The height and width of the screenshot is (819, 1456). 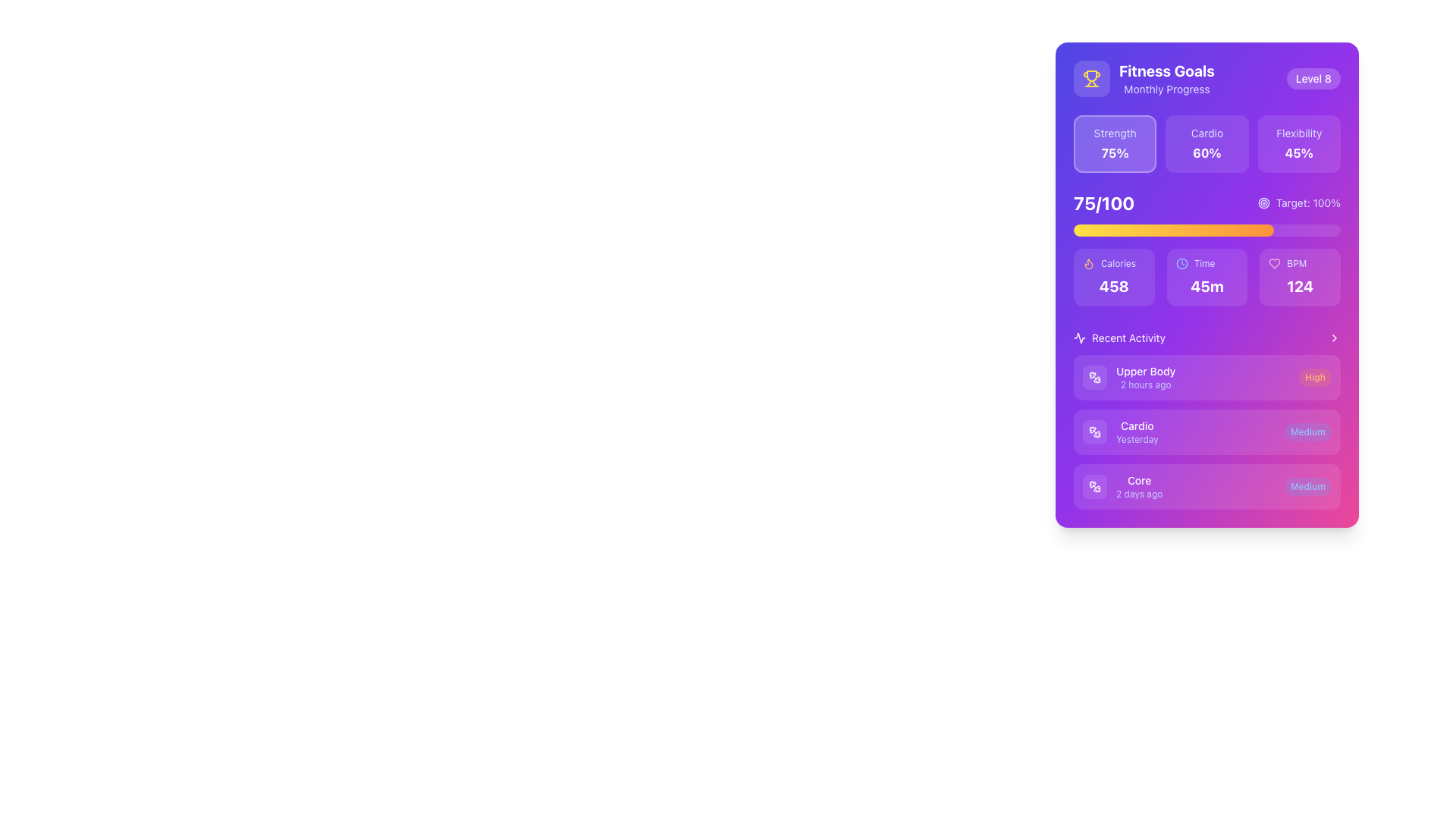 What do you see at coordinates (1274, 262) in the screenshot?
I see `the heart rate icon located in the top-right part of the card interface, positioned to the left of the text 'BPM'` at bounding box center [1274, 262].